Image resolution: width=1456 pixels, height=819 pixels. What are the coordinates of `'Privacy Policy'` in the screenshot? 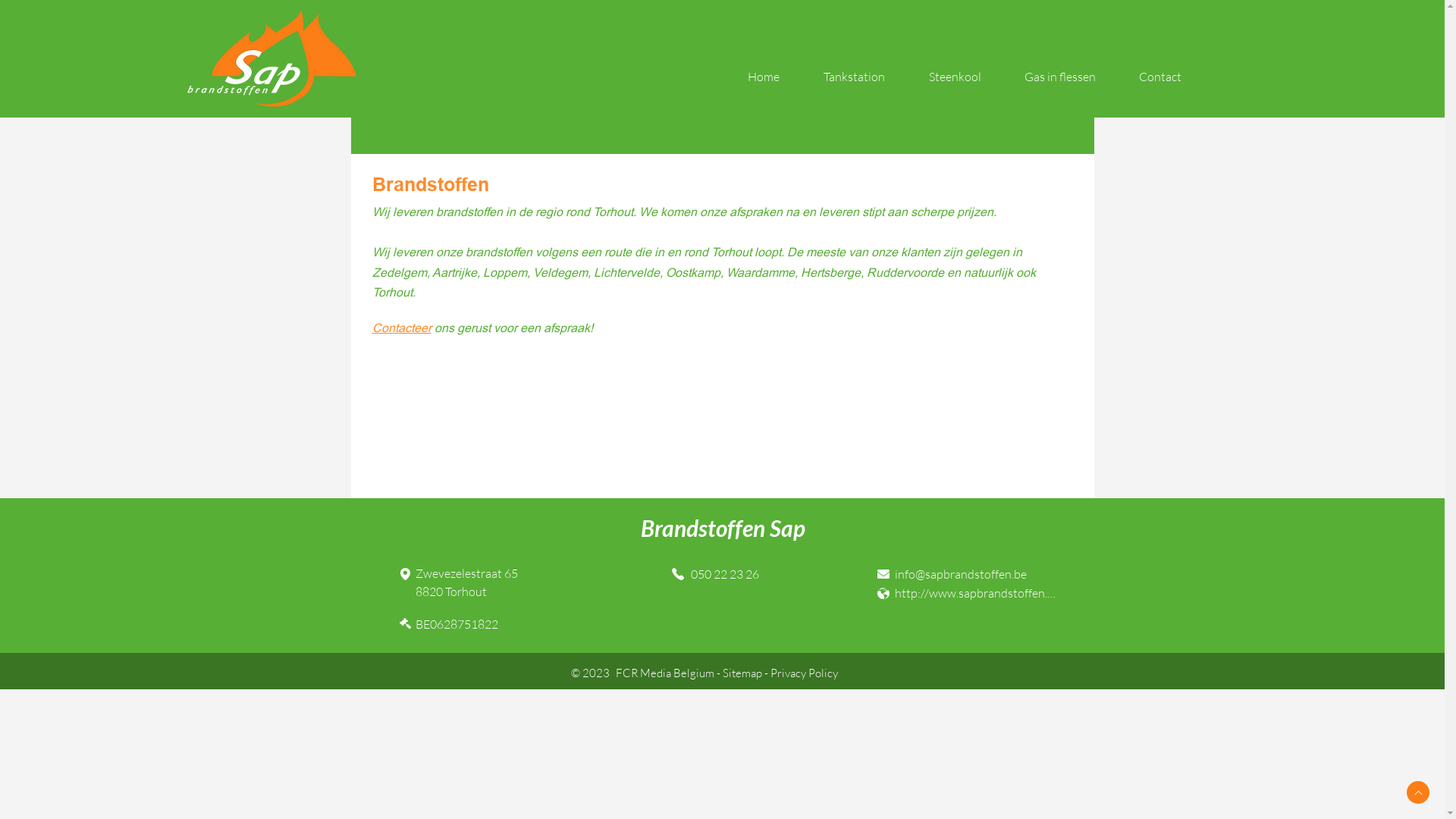 It's located at (770, 672).